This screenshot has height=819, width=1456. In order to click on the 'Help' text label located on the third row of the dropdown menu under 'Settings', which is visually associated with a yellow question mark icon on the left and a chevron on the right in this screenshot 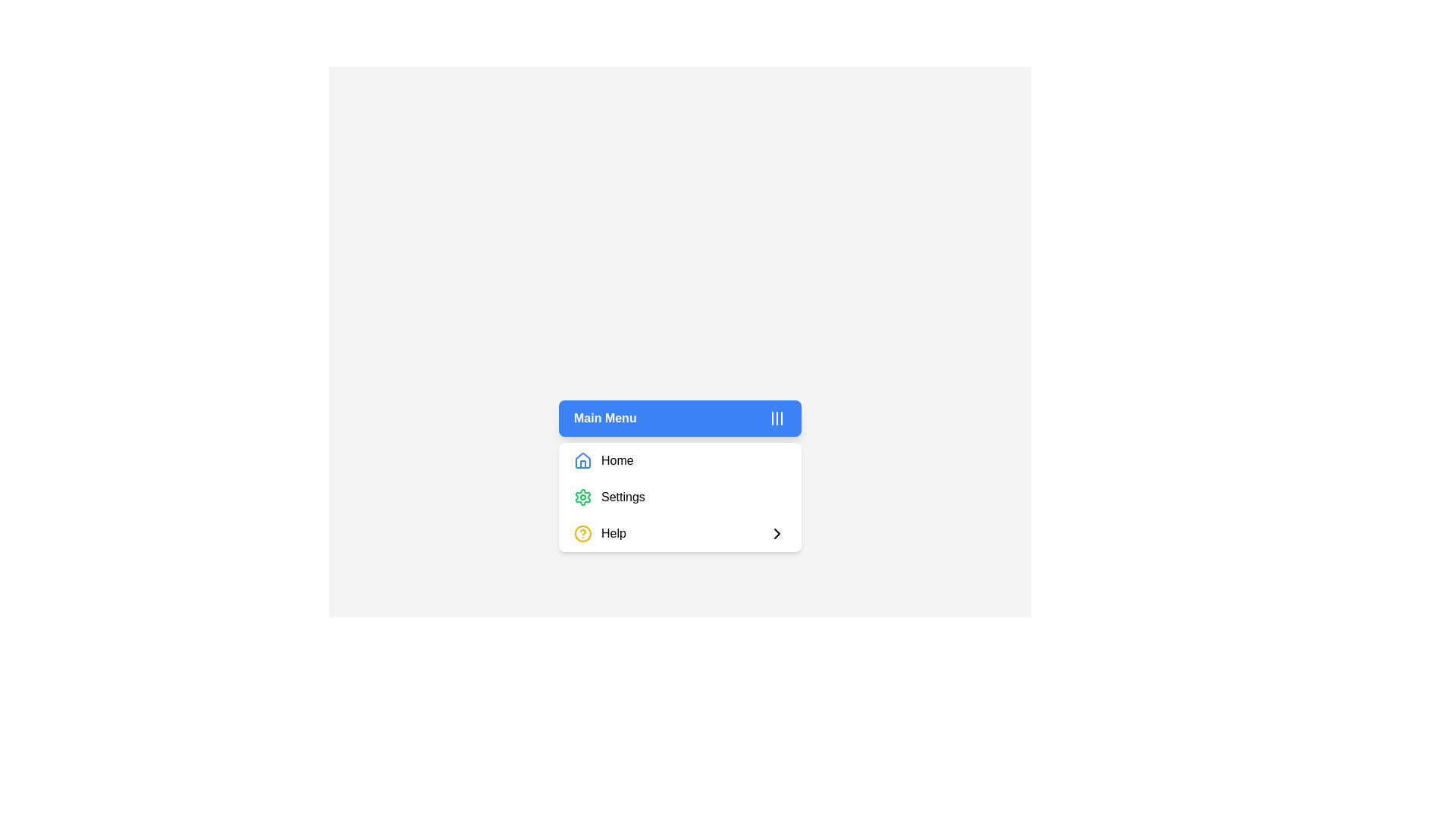, I will do `click(599, 533)`.